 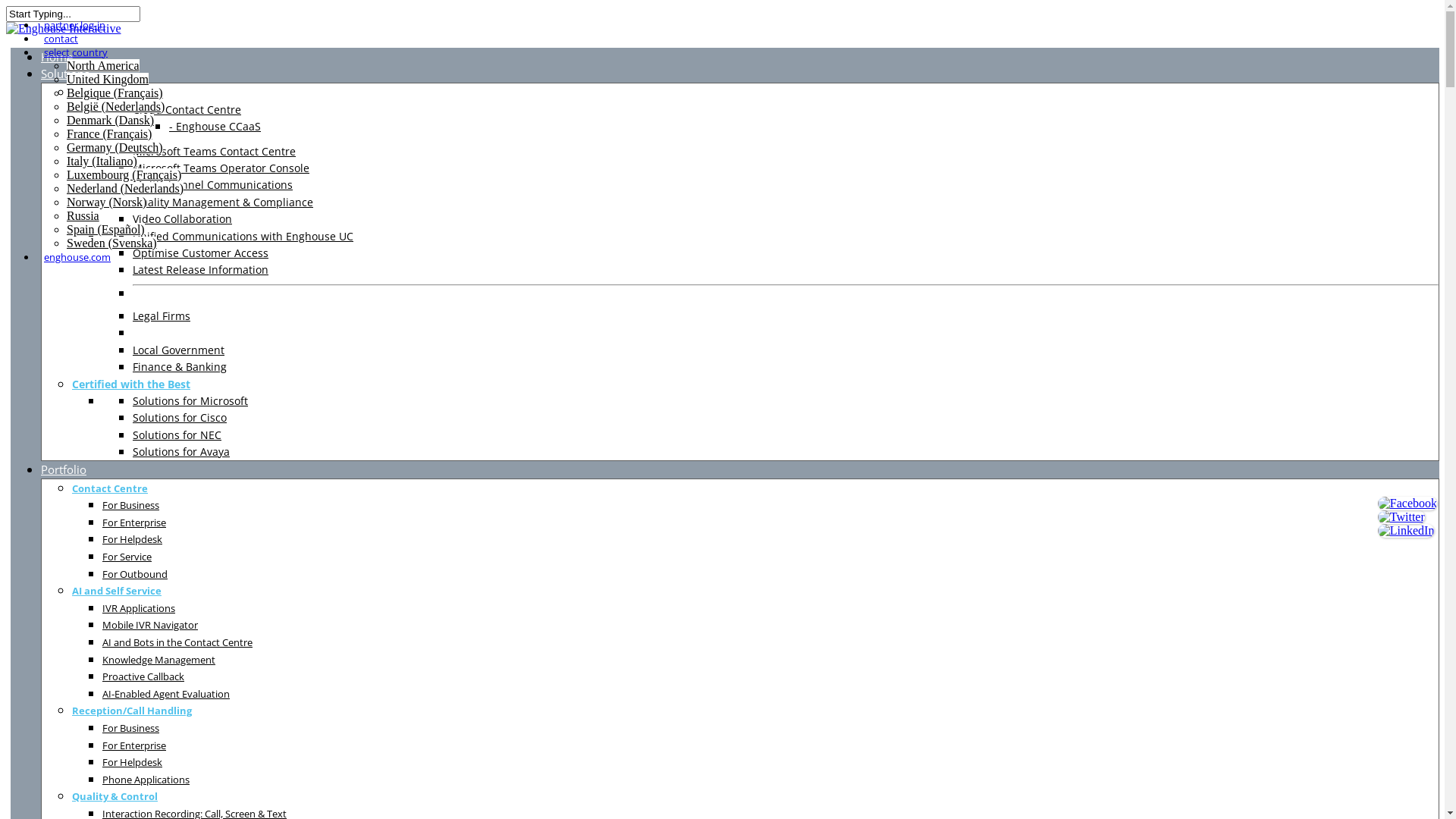 I want to click on 'Italy (Italiano)', so click(x=65, y=161).